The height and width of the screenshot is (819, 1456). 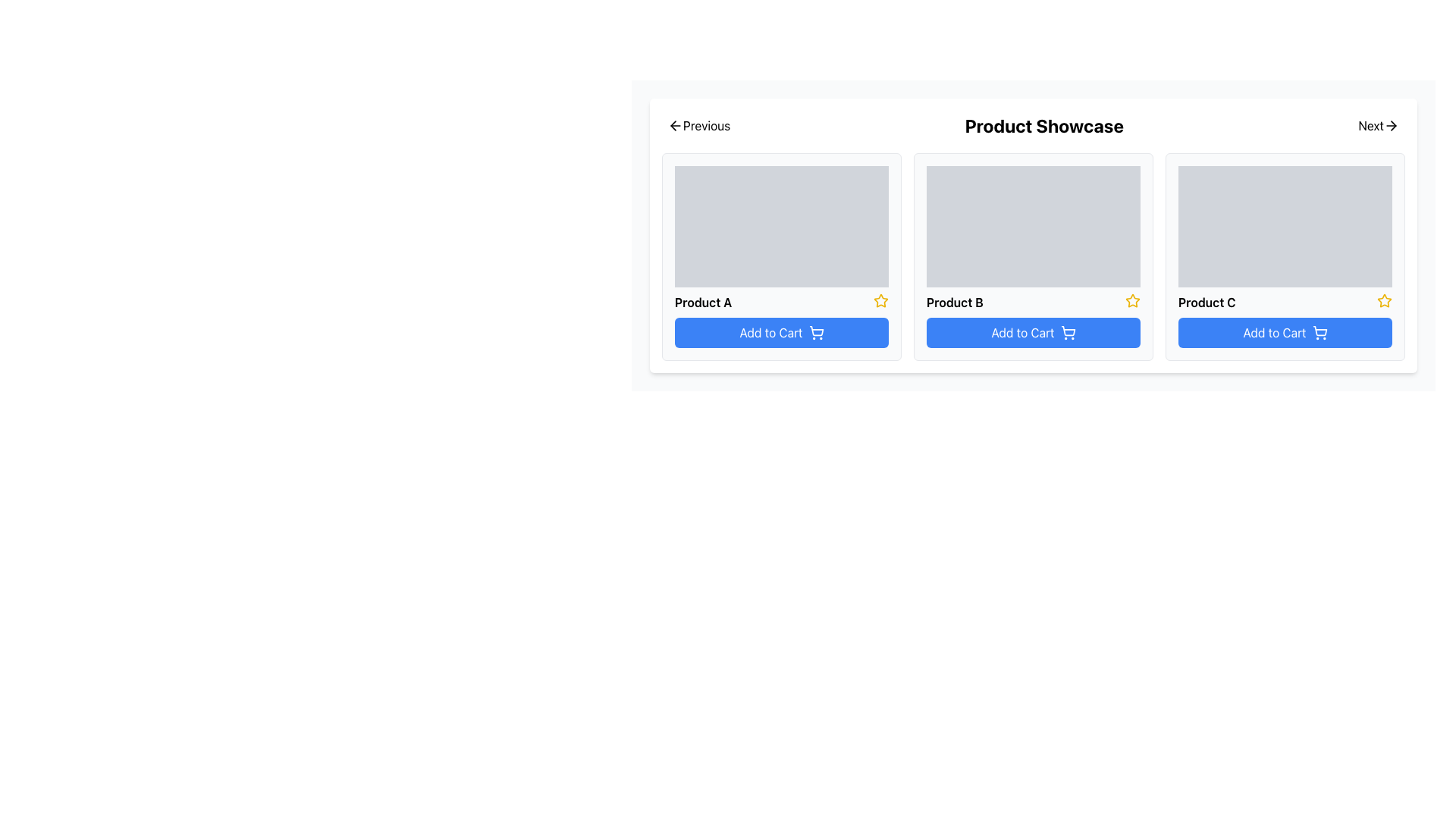 What do you see at coordinates (1066, 332) in the screenshot?
I see `the shopping cart icon within the 'Add to Cart' button for 'Product B'` at bounding box center [1066, 332].